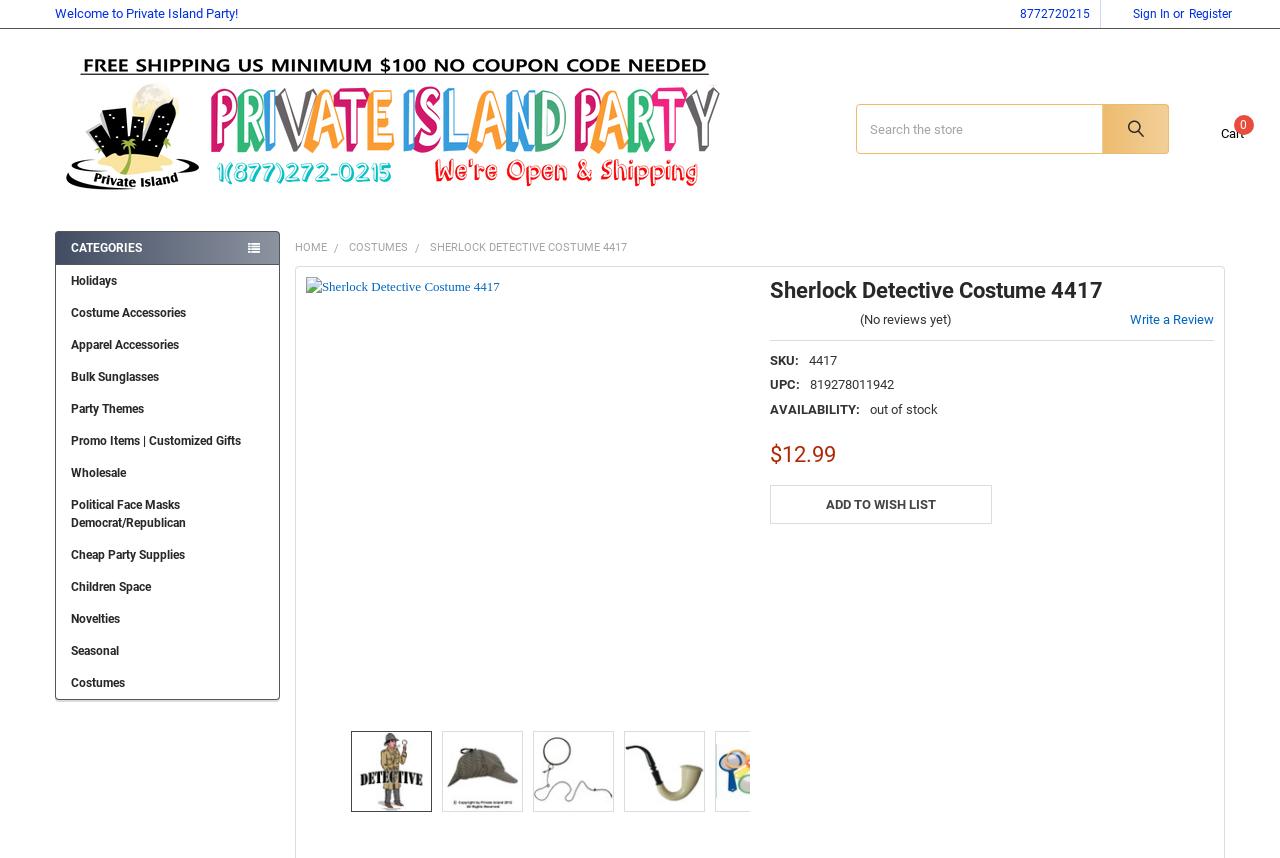 This screenshot has width=1280, height=858. What do you see at coordinates (377, 260) in the screenshot?
I see `'Costumes'` at bounding box center [377, 260].